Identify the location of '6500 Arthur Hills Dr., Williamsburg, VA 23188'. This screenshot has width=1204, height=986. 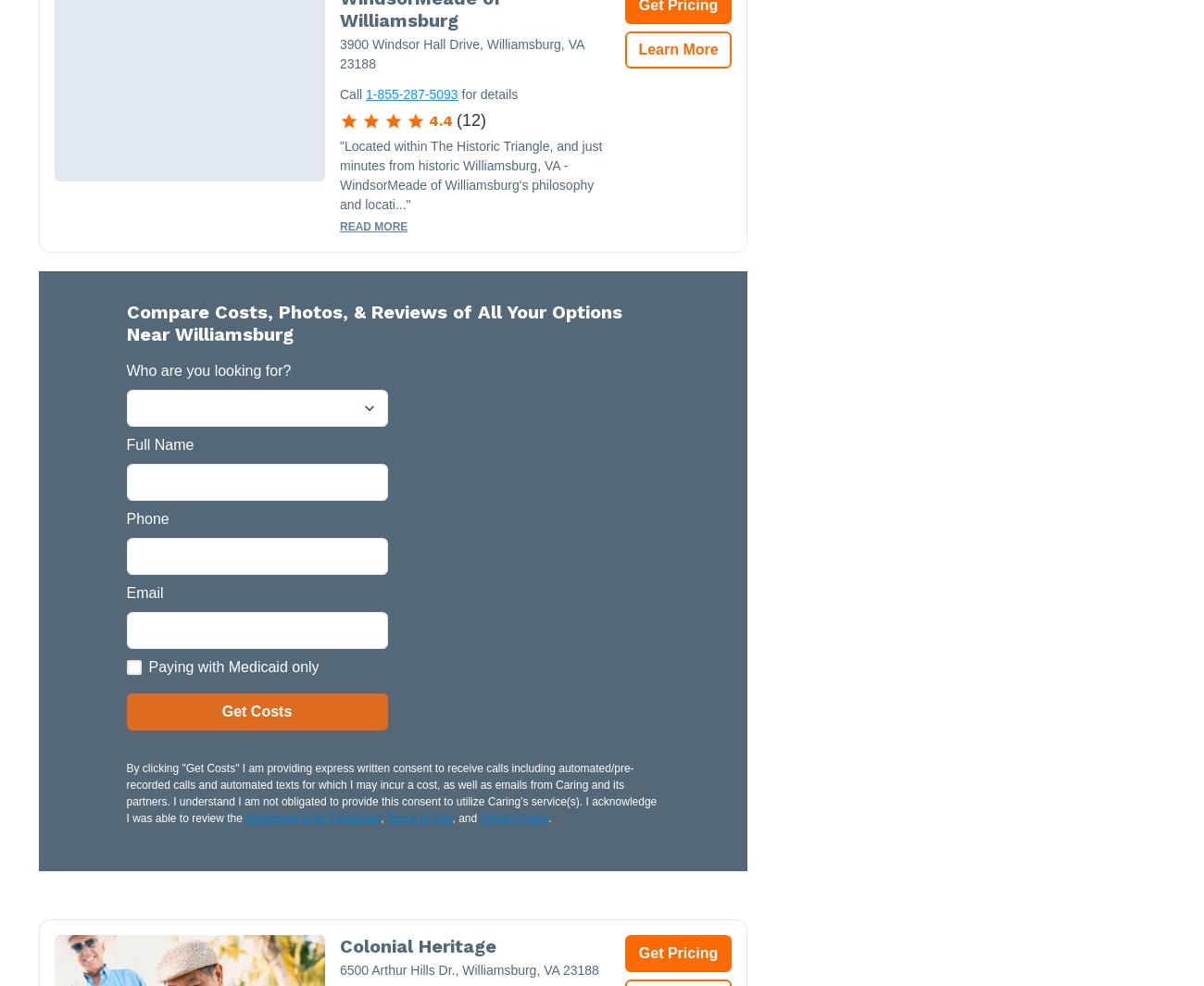
(338, 969).